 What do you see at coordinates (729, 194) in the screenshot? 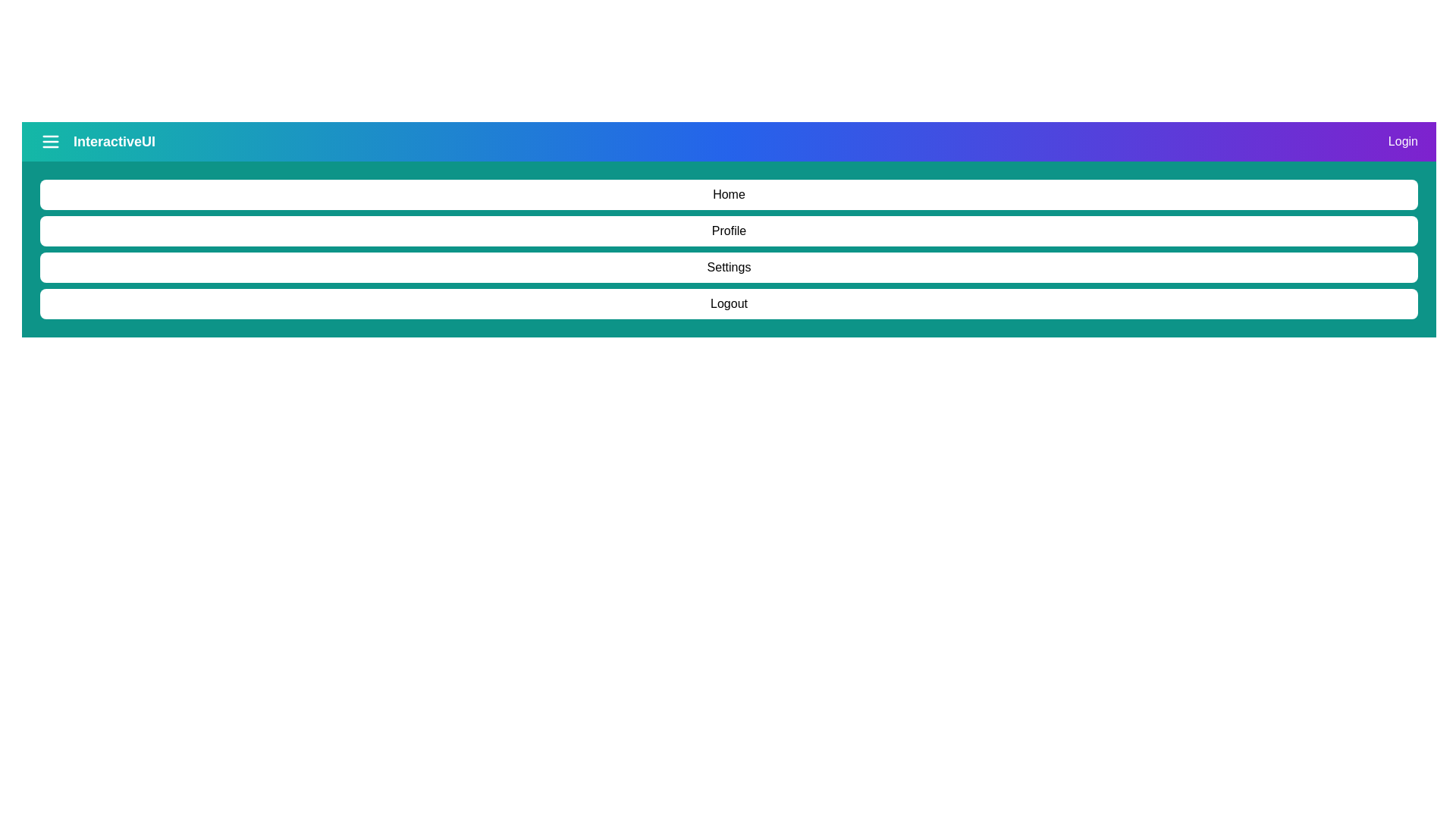
I see `the menu option Home from the DynamicAppBar` at bounding box center [729, 194].